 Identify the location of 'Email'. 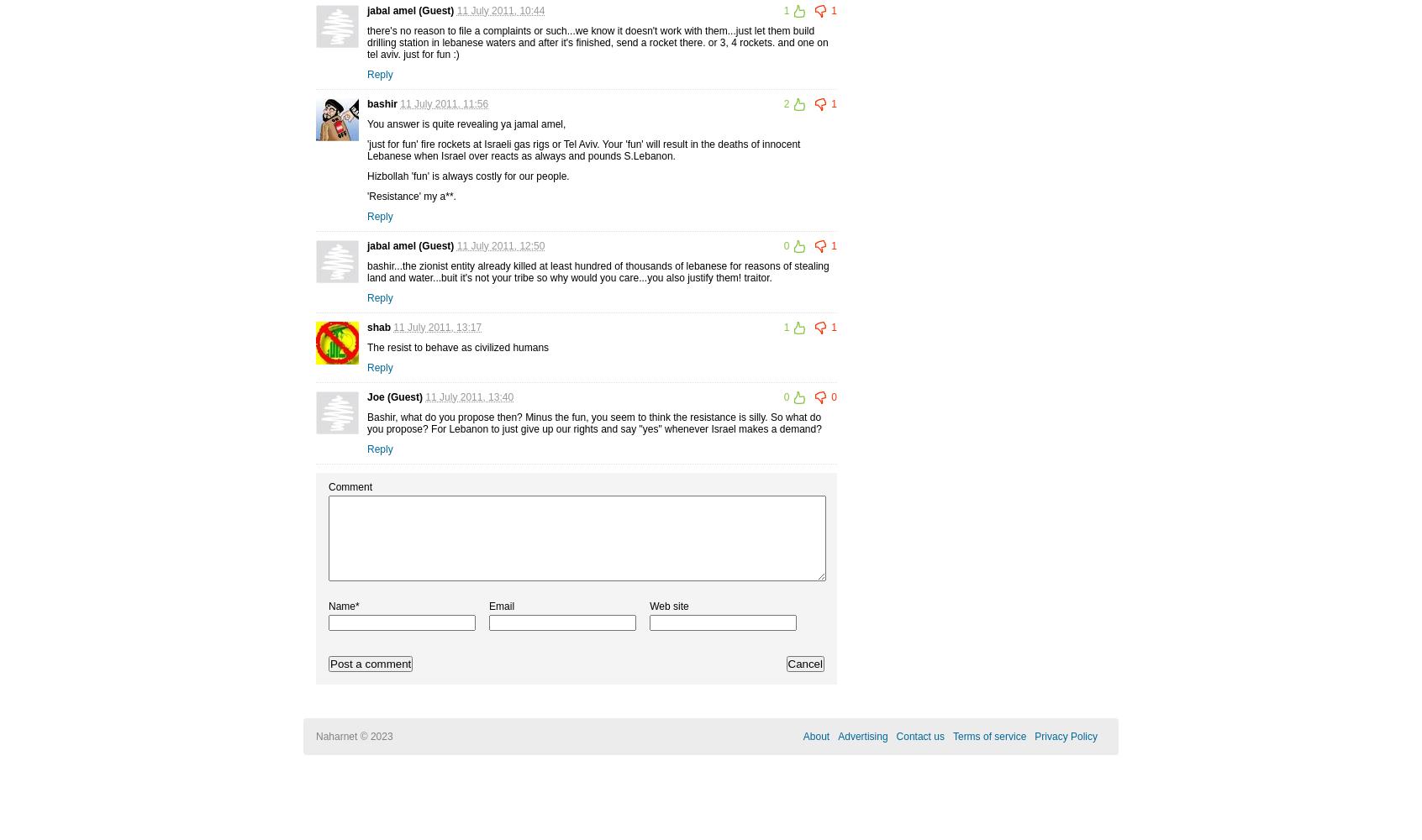
(500, 605).